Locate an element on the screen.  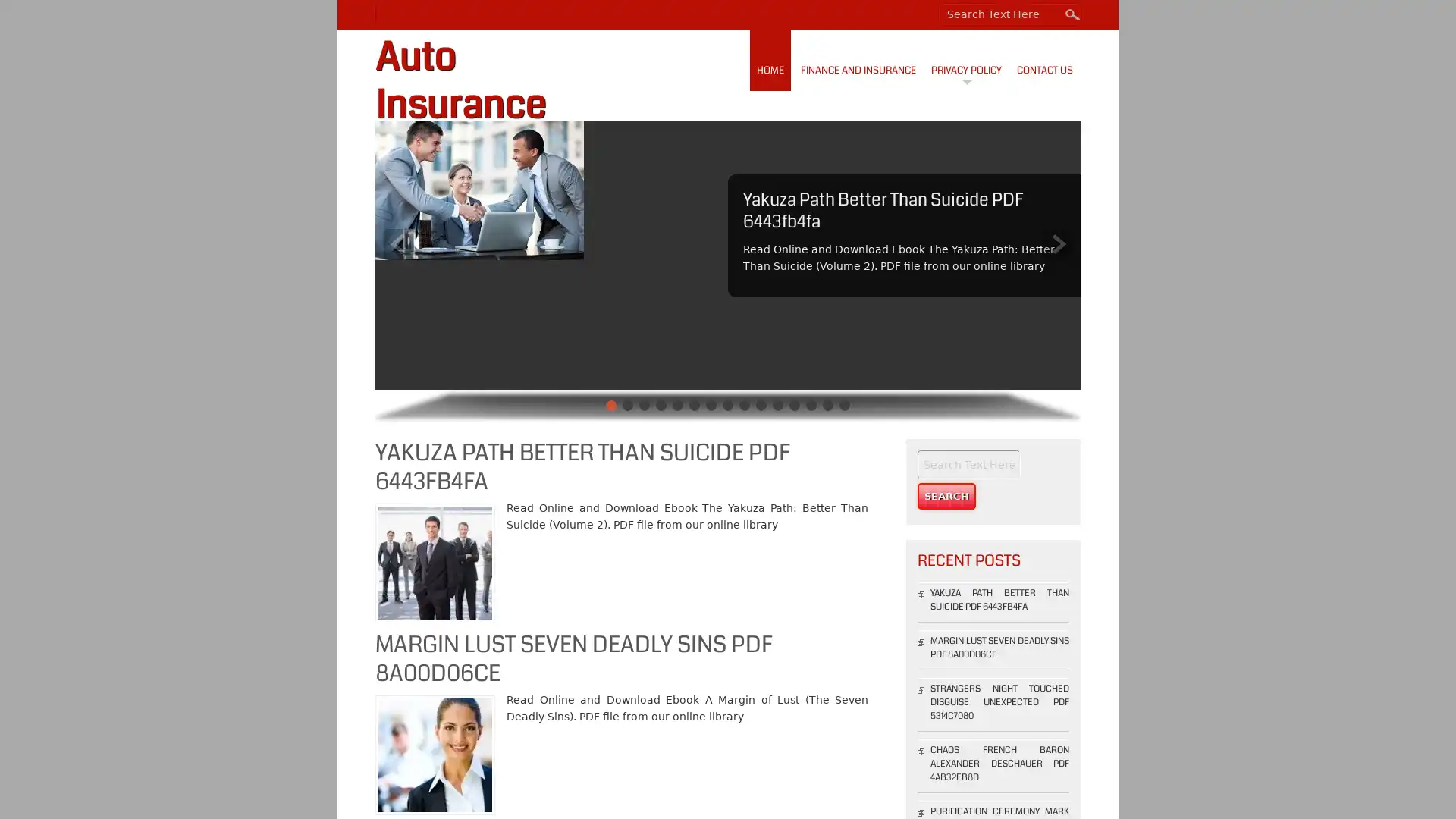
Search is located at coordinates (946, 496).